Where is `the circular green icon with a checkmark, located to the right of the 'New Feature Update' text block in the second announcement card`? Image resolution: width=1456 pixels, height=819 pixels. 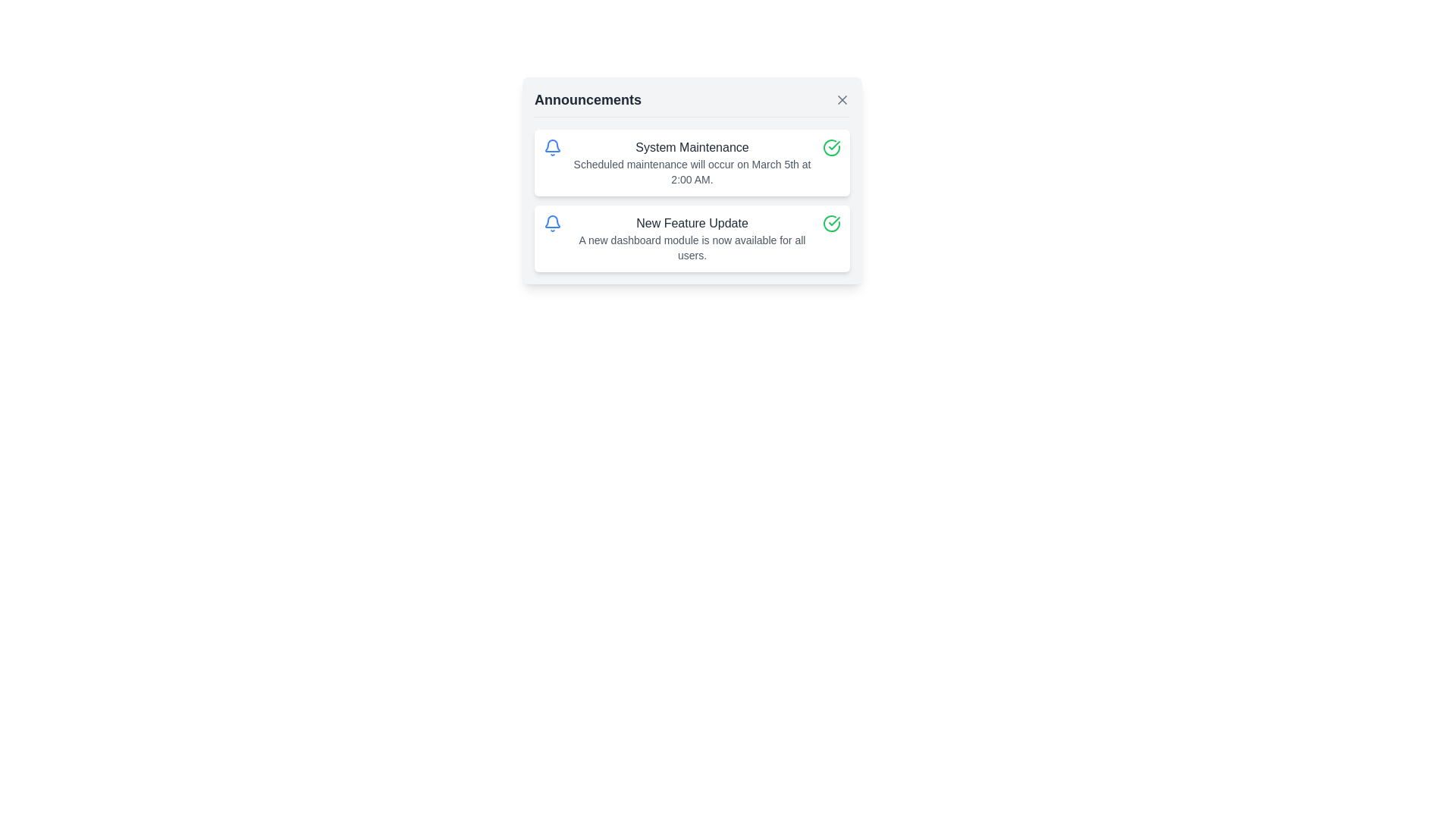
the circular green icon with a checkmark, located to the right of the 'New Feature Update' text block in the second announcement card is located at coordinates (831, 223).